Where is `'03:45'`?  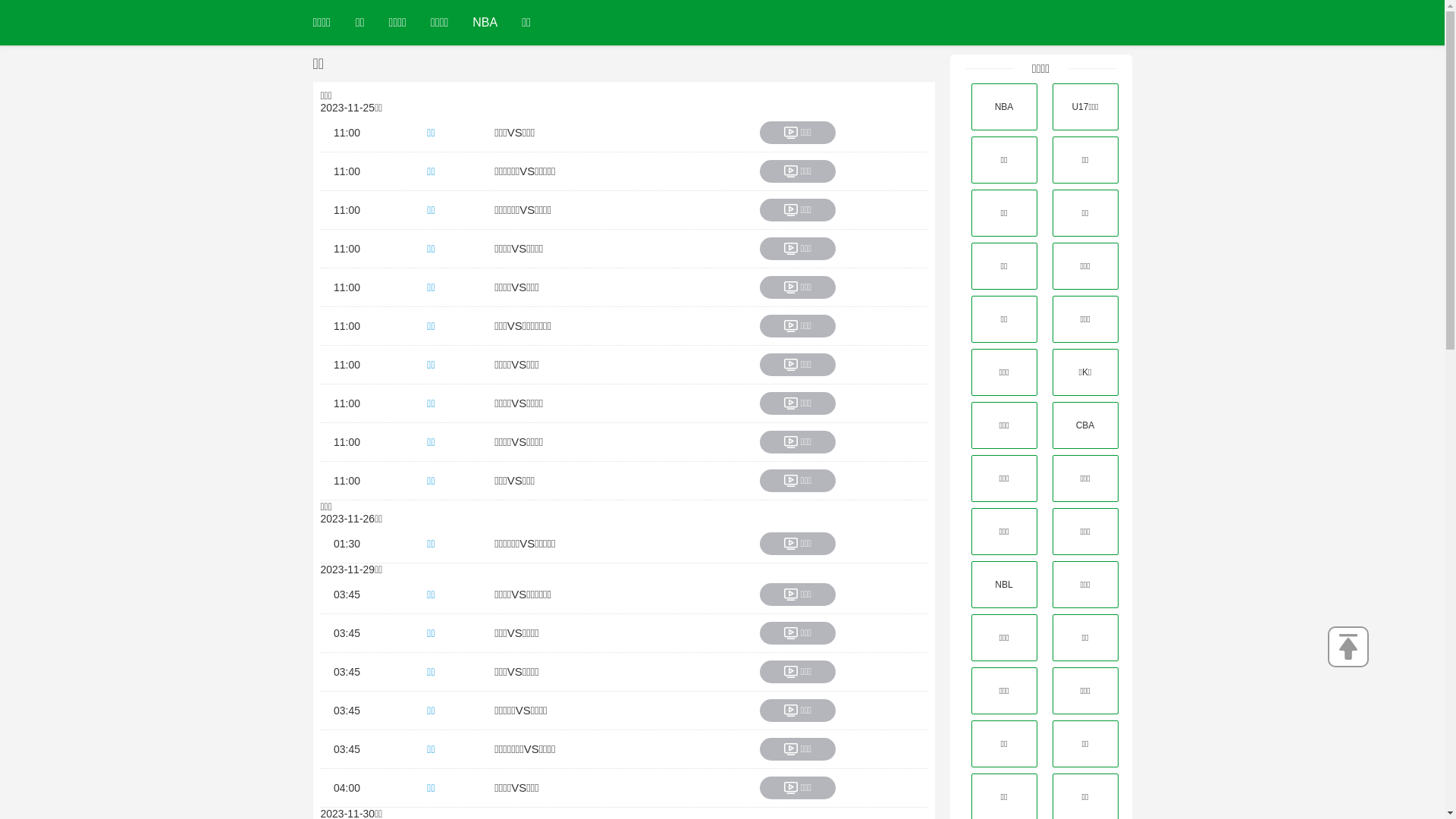
'03:45' is located at coordinates (333, 671).